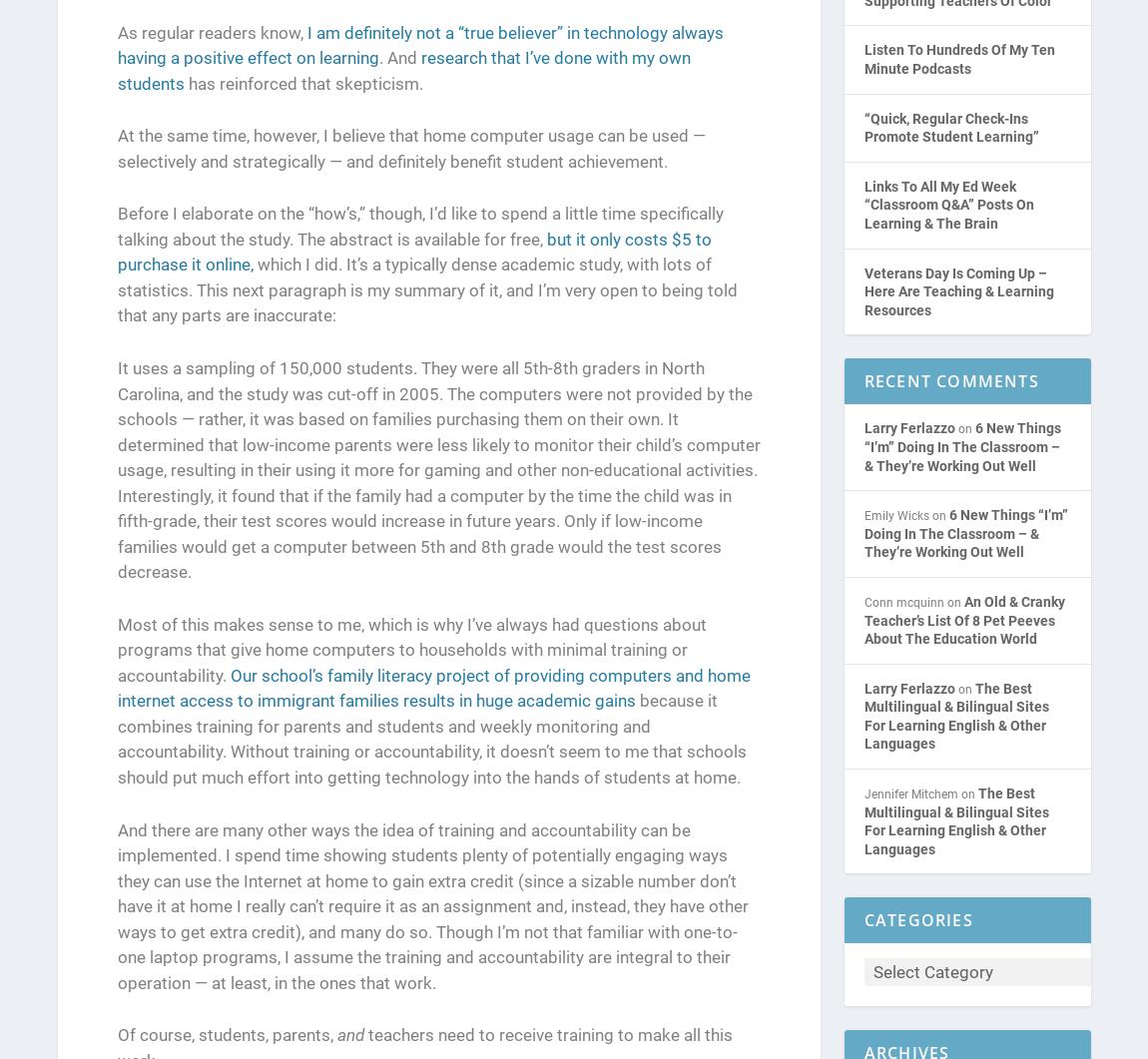  Describe the element at coordinates (958, 290) in the screenshot. I see `'Veterans Day Is Coming Up – Here Are Teaching & Learning Resources'` at that location.